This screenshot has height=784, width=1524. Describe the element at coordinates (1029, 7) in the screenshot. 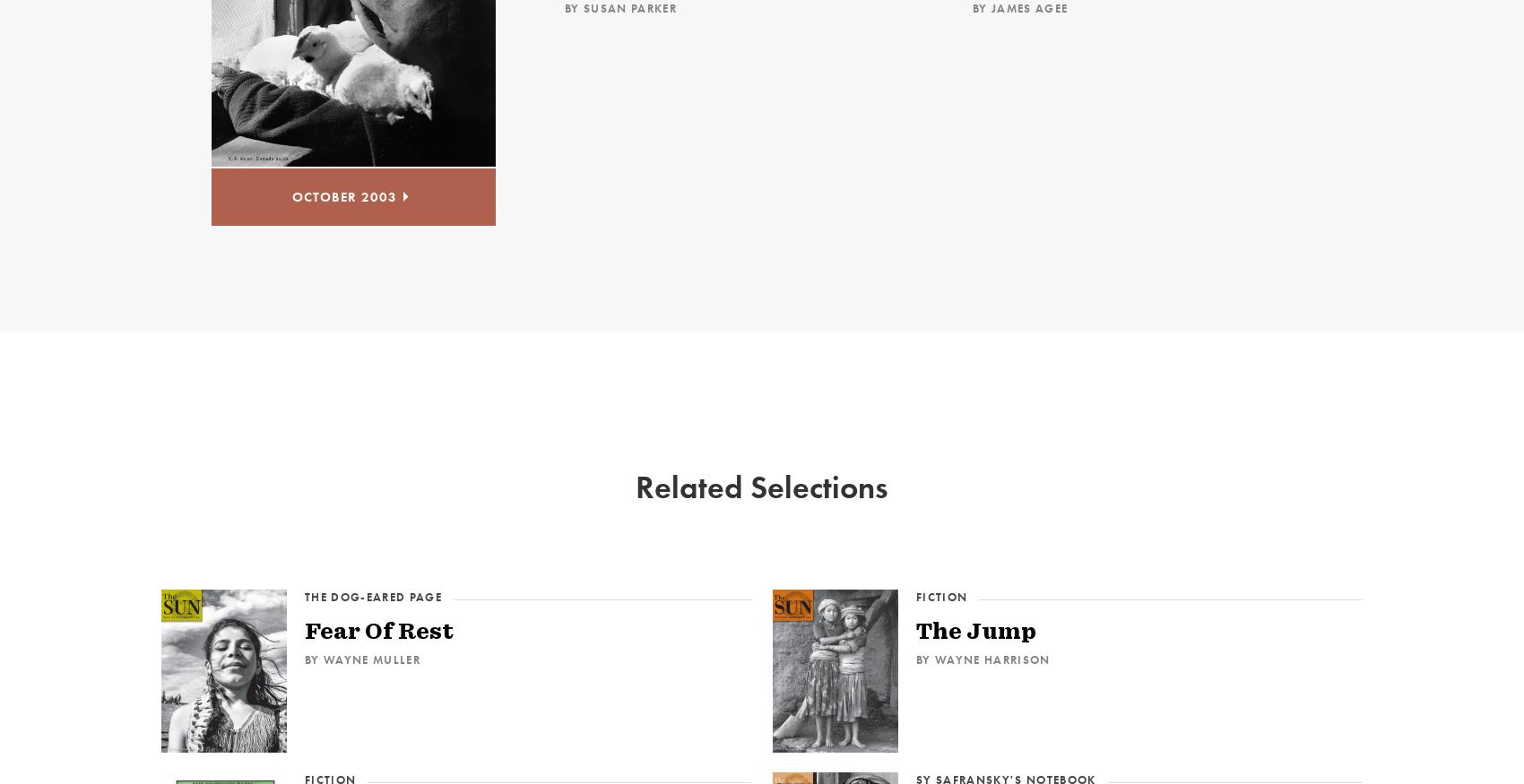

I see `'James  Agee'` at that location.